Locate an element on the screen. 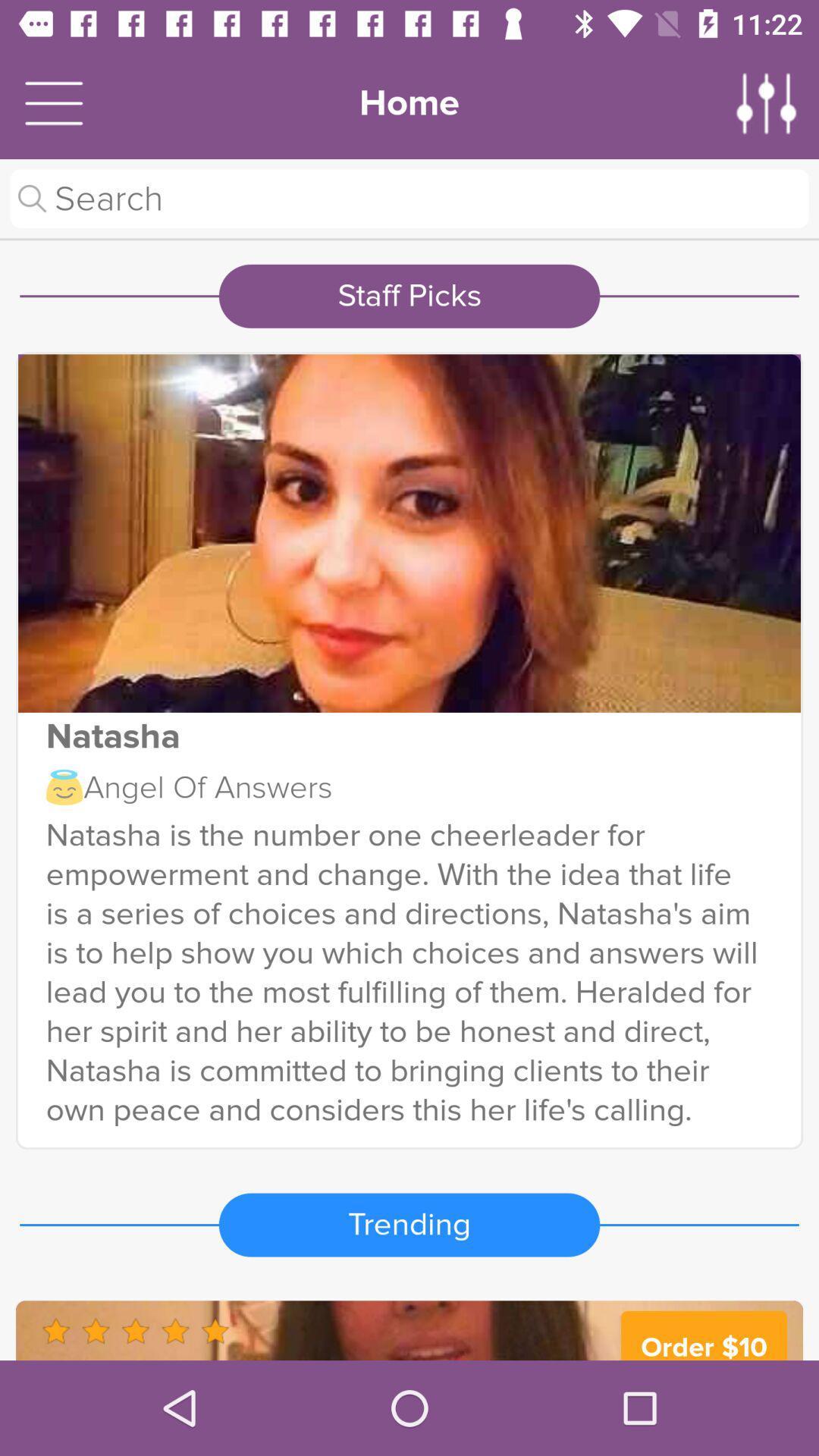 The image size is (819, 1456). image link is located at coordinates (409, 533).